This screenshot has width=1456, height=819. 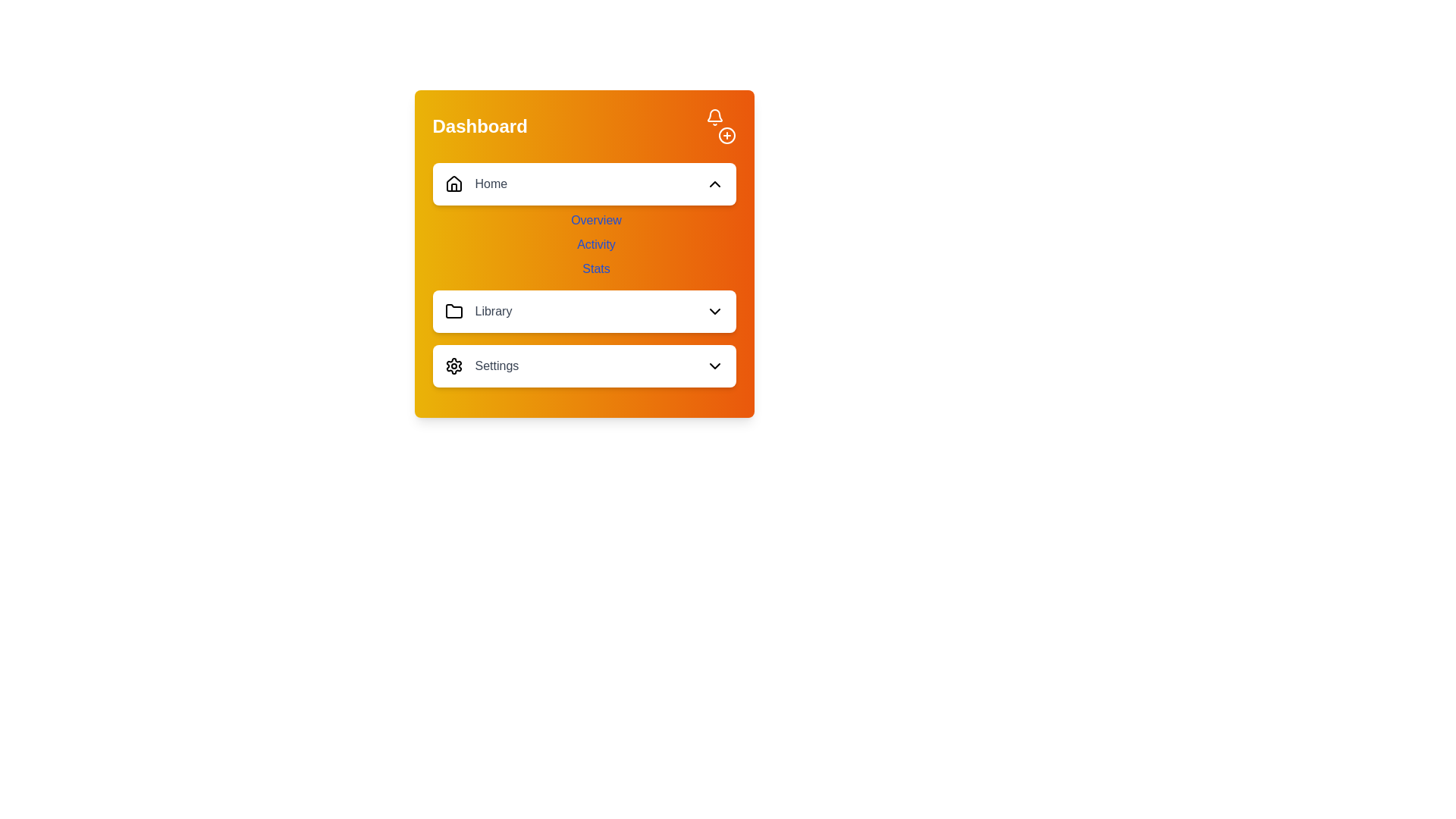 I want to click on the 'Home' text label, which is positioned to the right of a house-shaped icon in the top section of the interface, so click(x=491, y=184).